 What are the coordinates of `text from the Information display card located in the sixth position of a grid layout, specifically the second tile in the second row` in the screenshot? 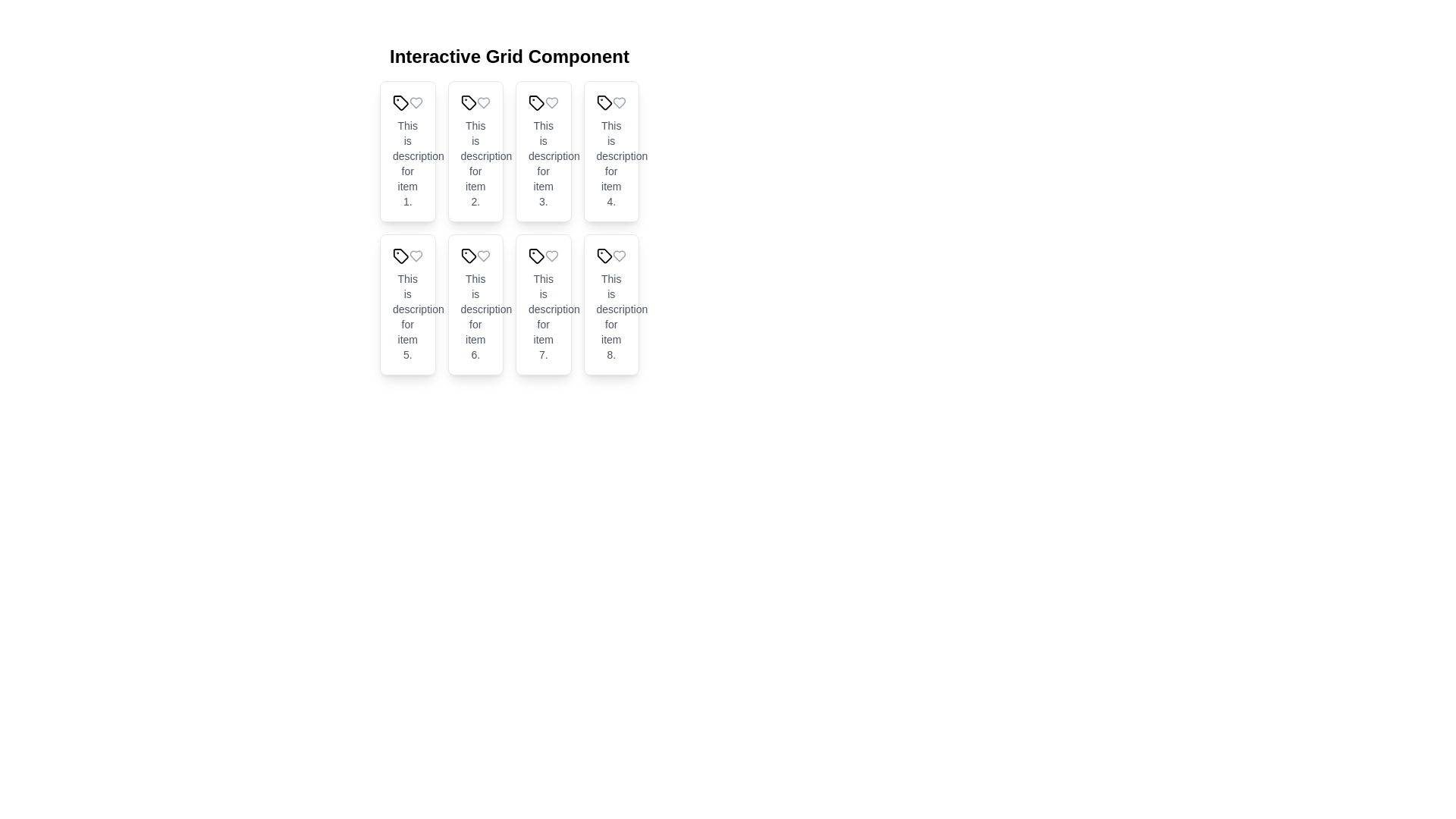 It's located at (475, 304).